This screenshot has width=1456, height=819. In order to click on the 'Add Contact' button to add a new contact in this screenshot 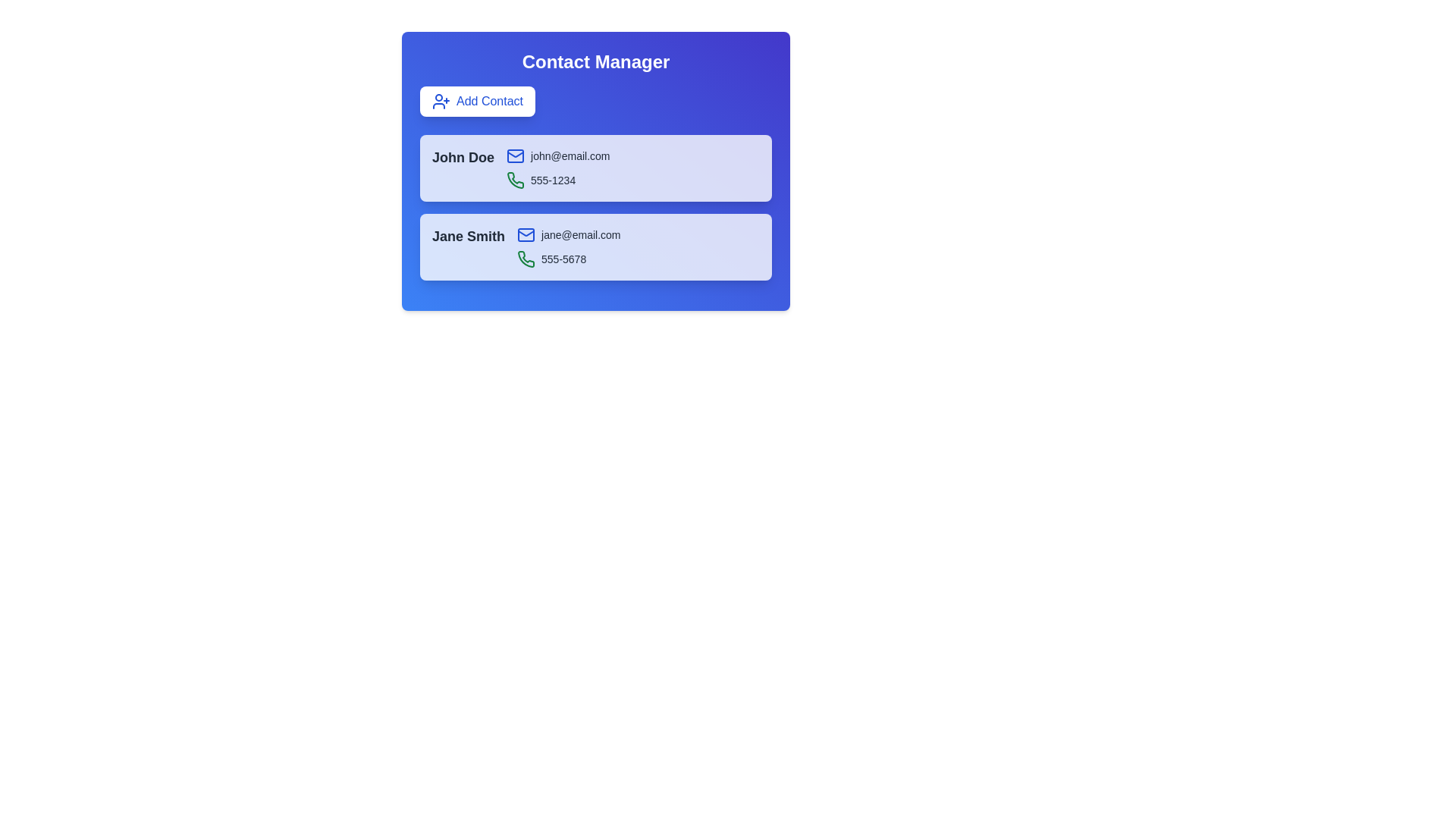, I will do `click(476, 102)`.